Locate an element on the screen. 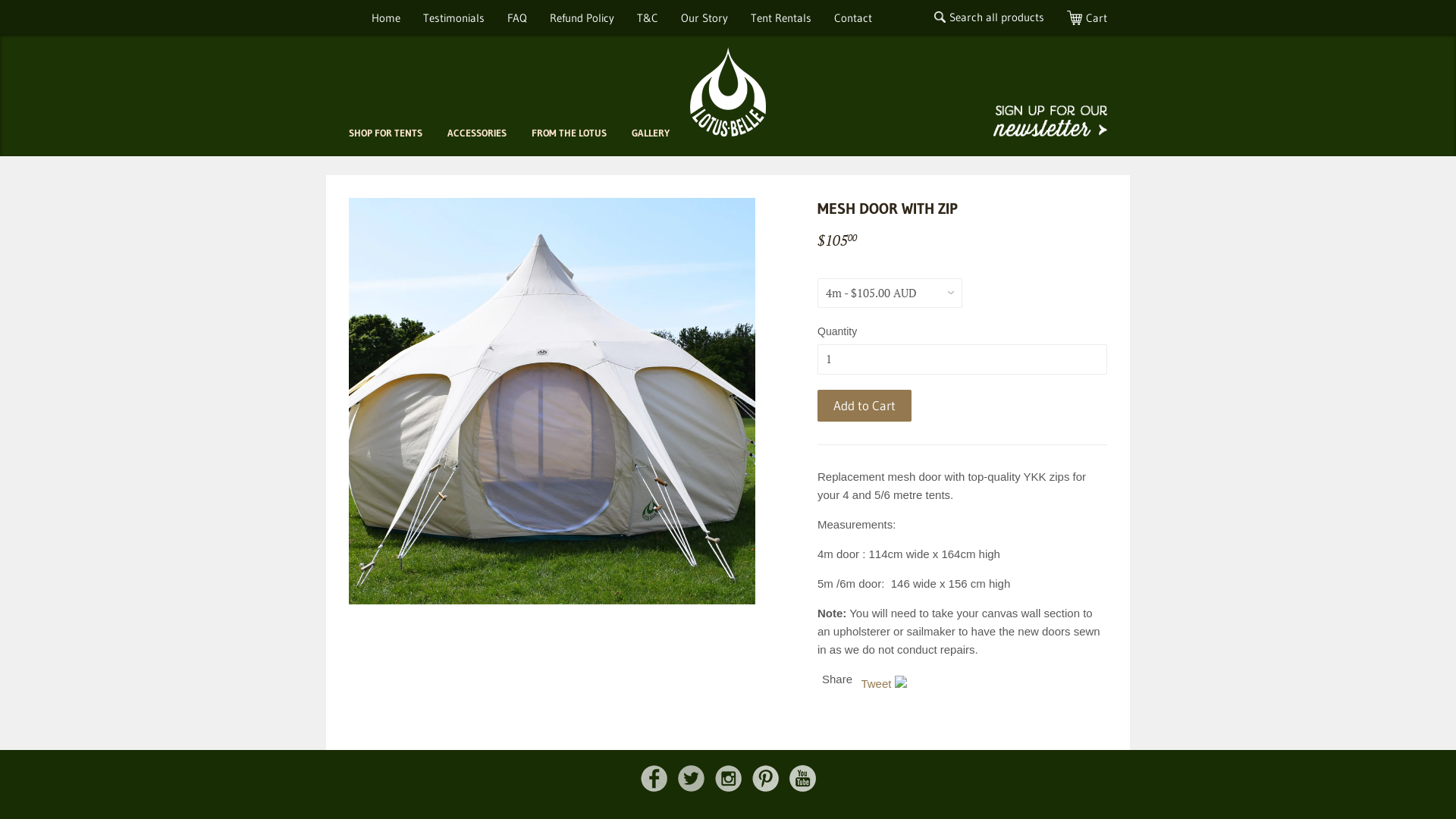 The width and height of the screenshot is (1456, 819). 'Our Story' is located at coordinates (704, 17).